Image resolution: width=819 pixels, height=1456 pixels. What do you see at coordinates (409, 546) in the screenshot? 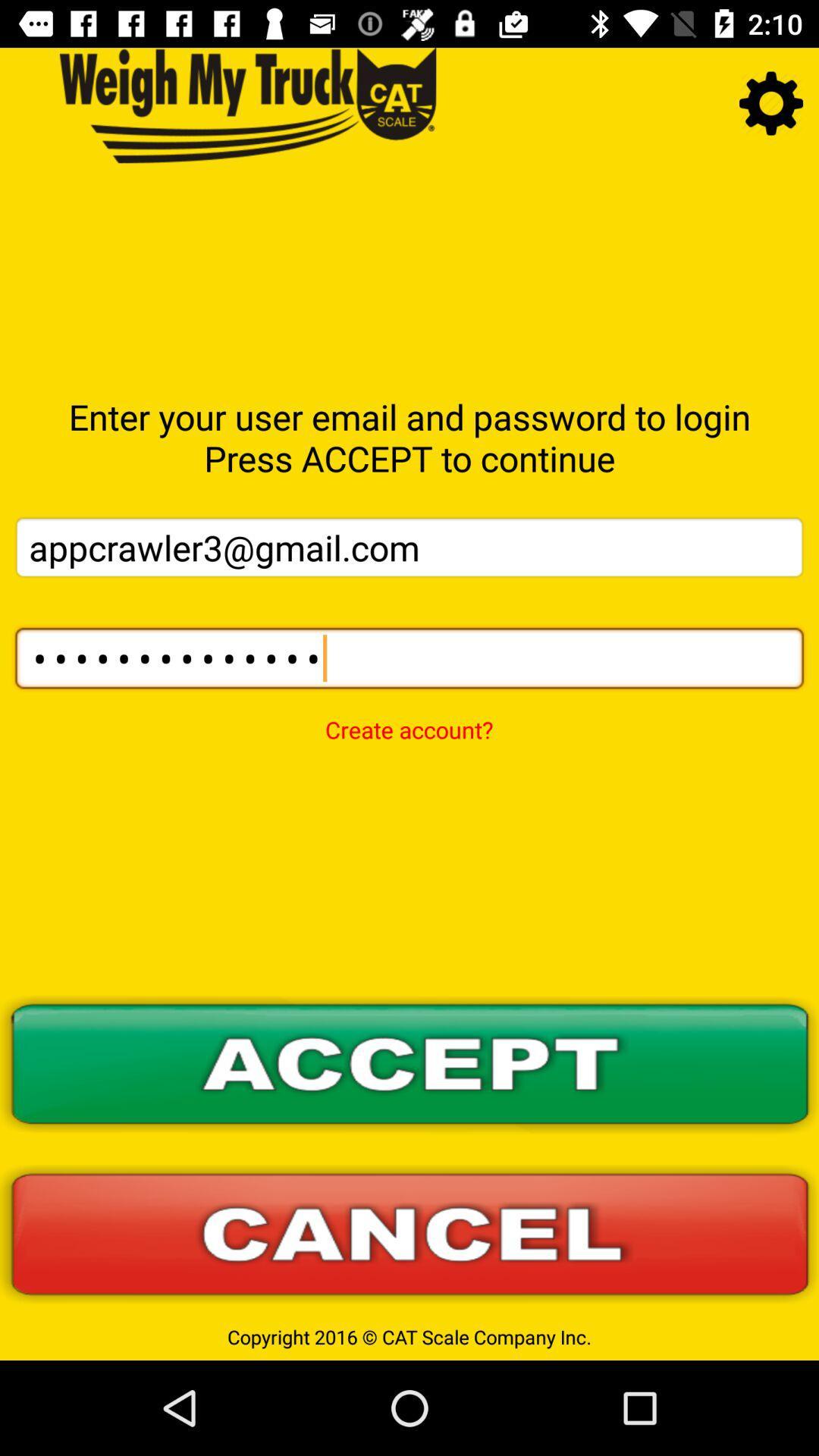
I see `the icon below enter your user icon` at bounding box center [409, 546].